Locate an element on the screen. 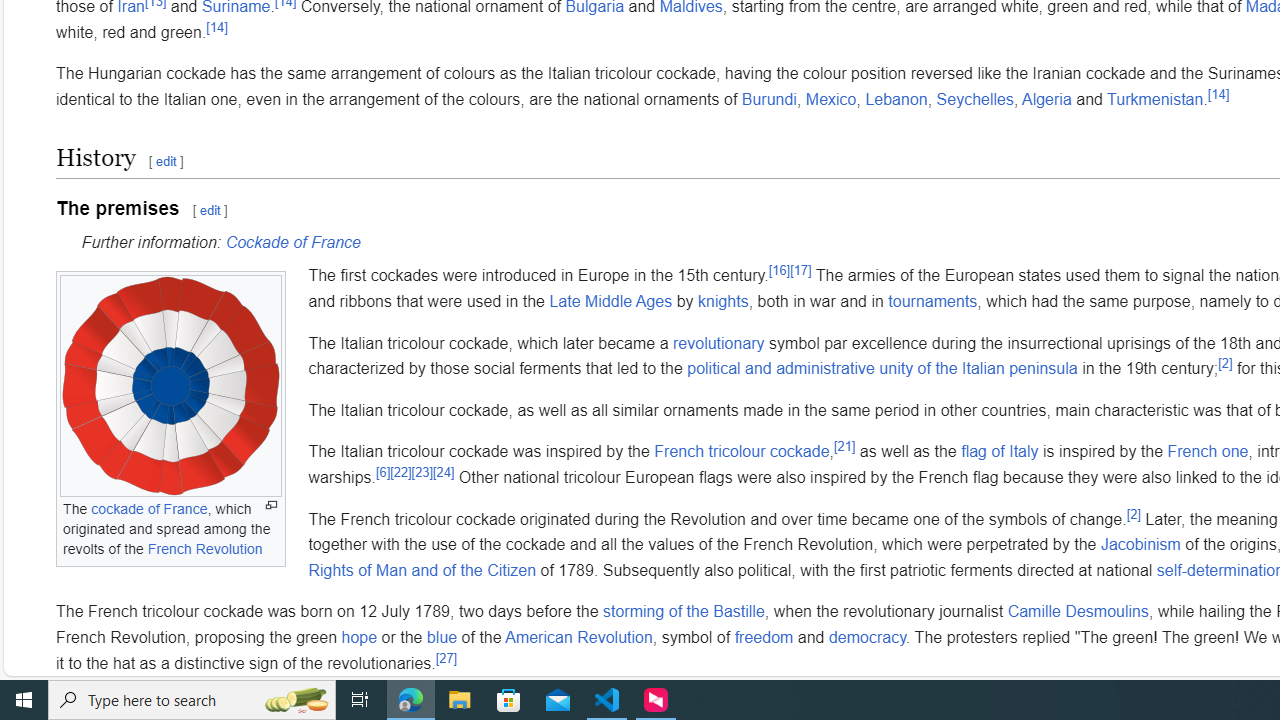 Image resolution: width=1280 pixels, height=720 pixels. '[27]' is located at coordinates (445, 658).